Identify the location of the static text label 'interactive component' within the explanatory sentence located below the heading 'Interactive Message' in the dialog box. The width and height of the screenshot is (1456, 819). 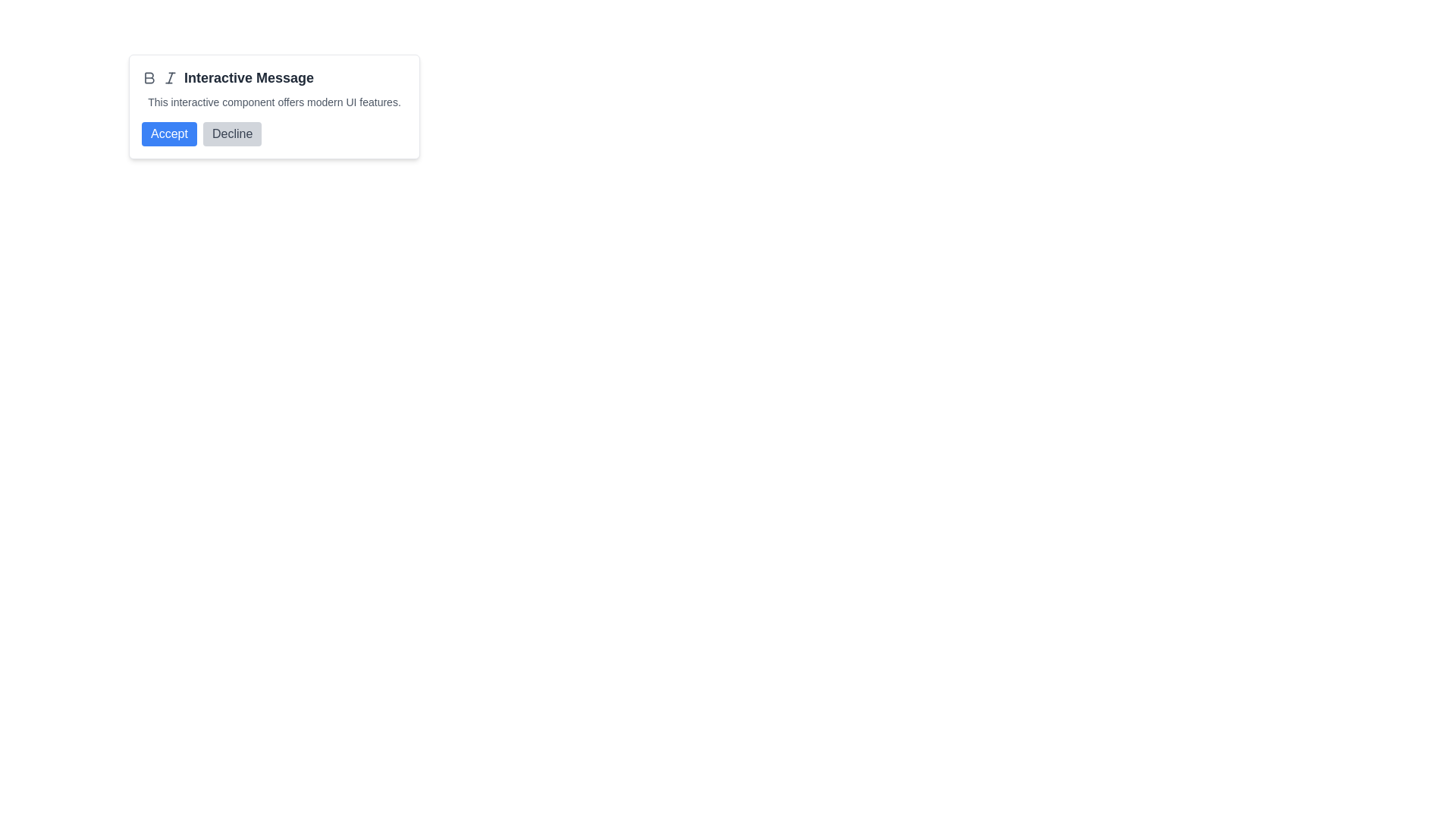
(221, 102).